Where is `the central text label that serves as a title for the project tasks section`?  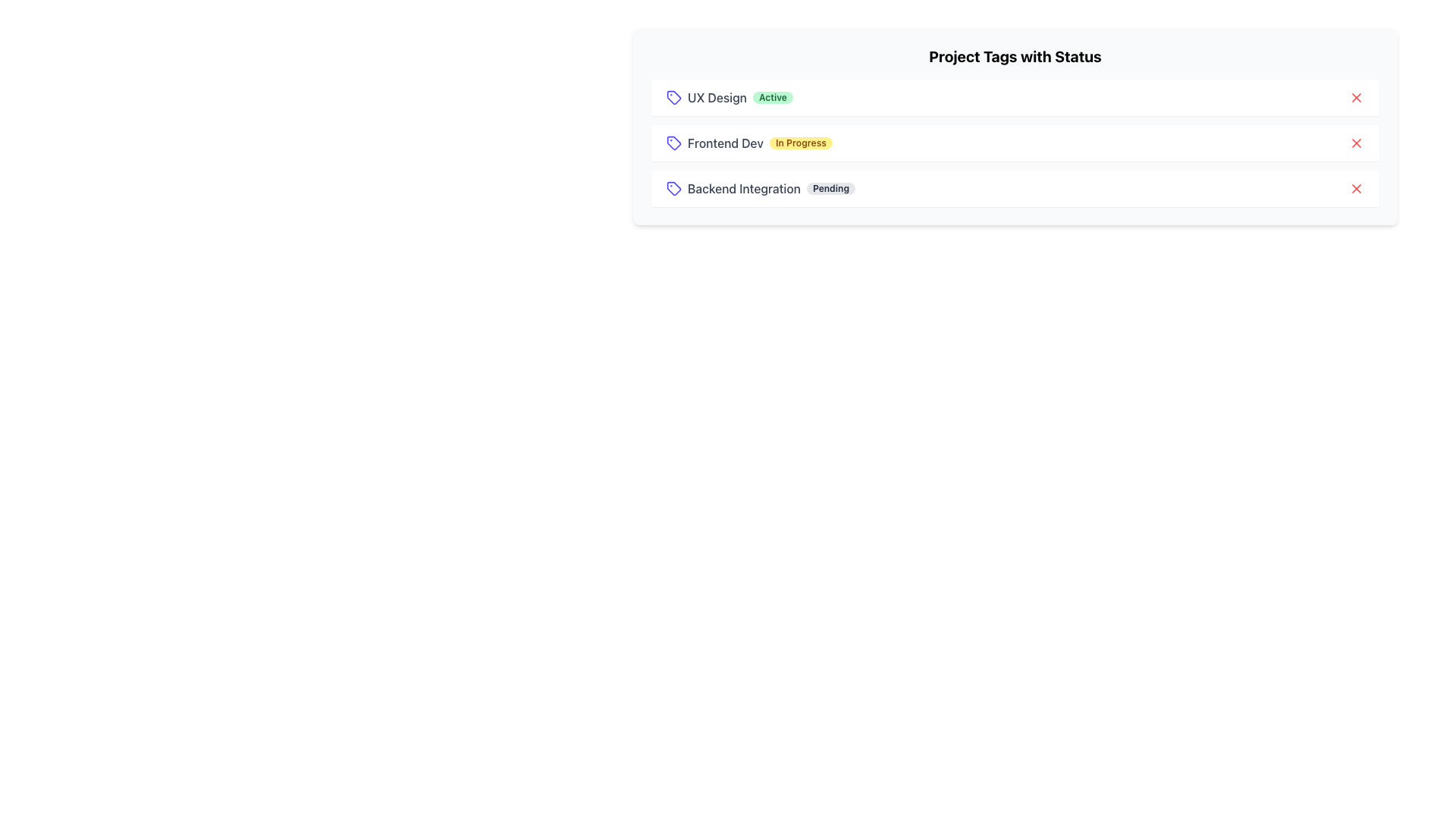
the central text label that serves as a title for the project tasks section is located at coordinates (1015, 55).